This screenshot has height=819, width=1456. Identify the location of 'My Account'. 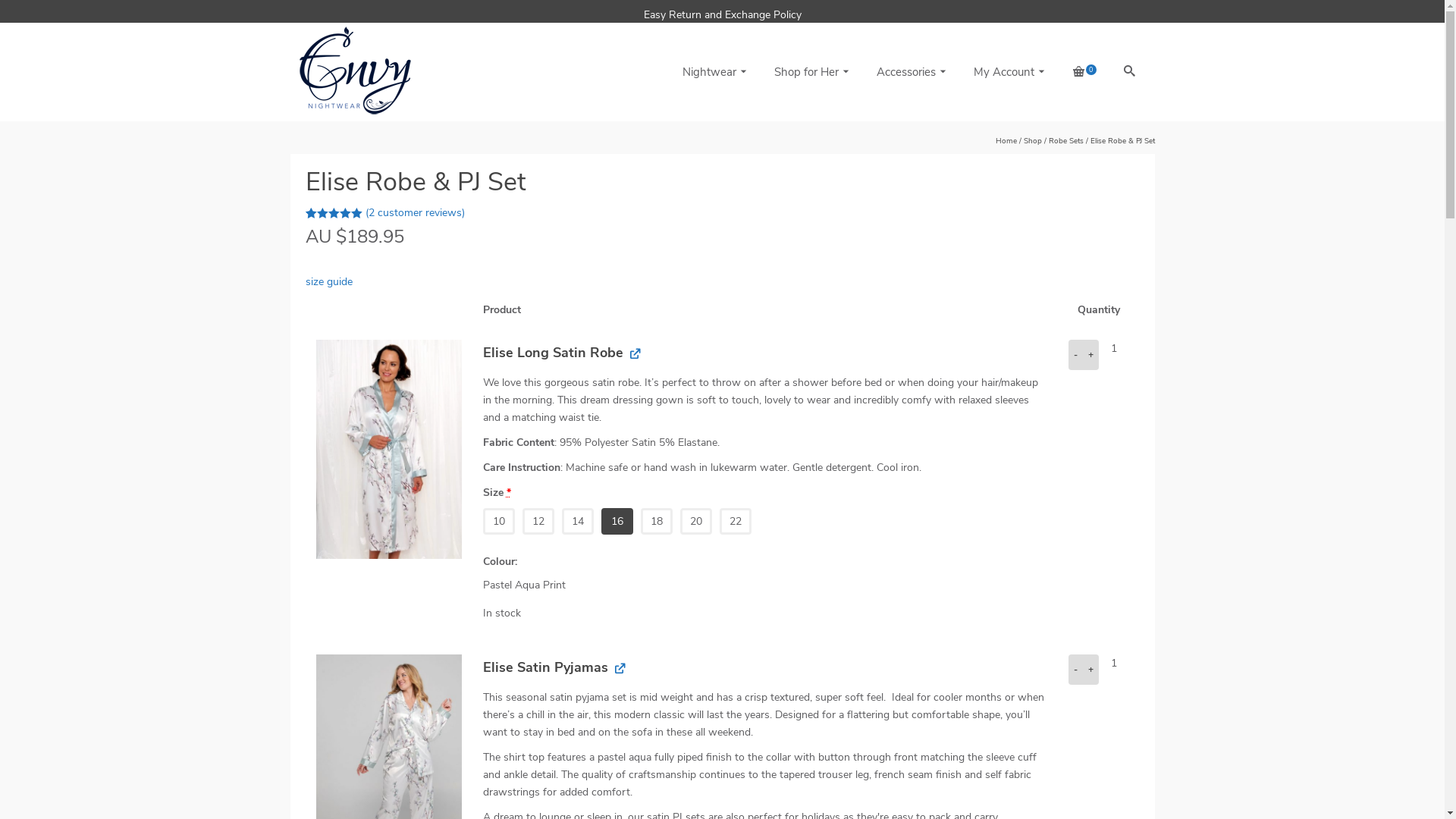
(1008, 72).